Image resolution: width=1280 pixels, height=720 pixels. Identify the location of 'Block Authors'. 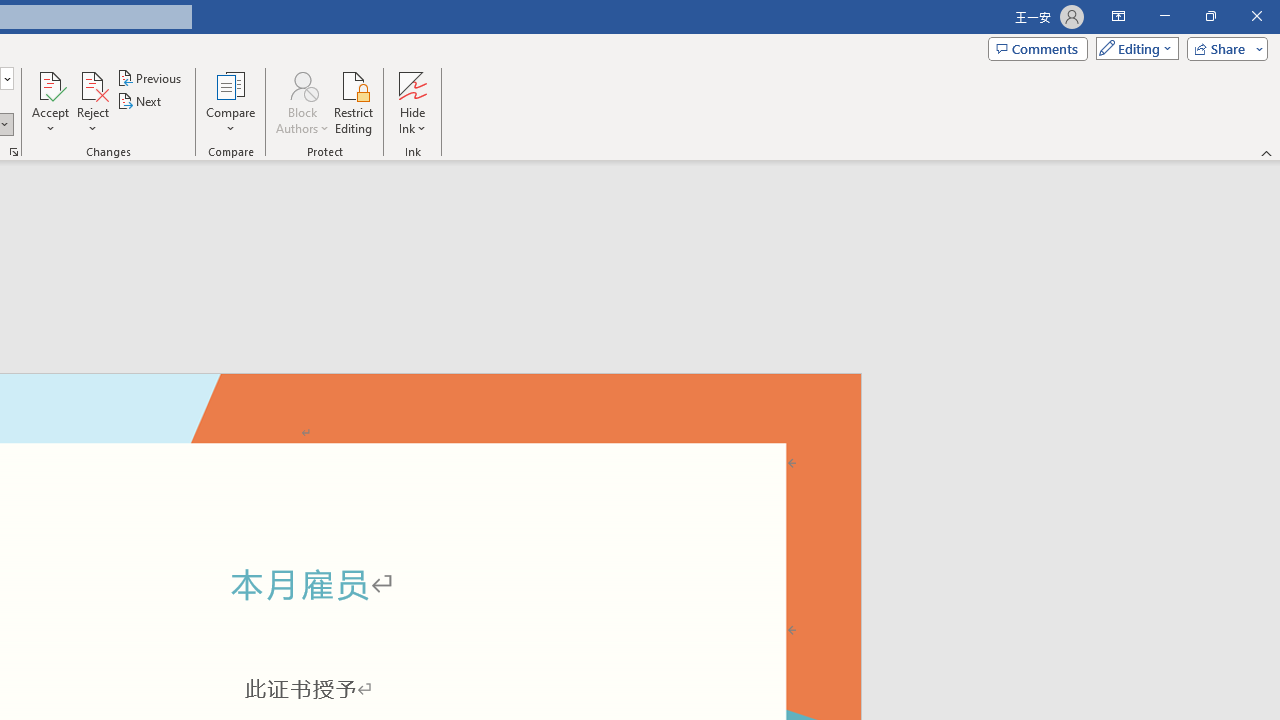
(301, 84).